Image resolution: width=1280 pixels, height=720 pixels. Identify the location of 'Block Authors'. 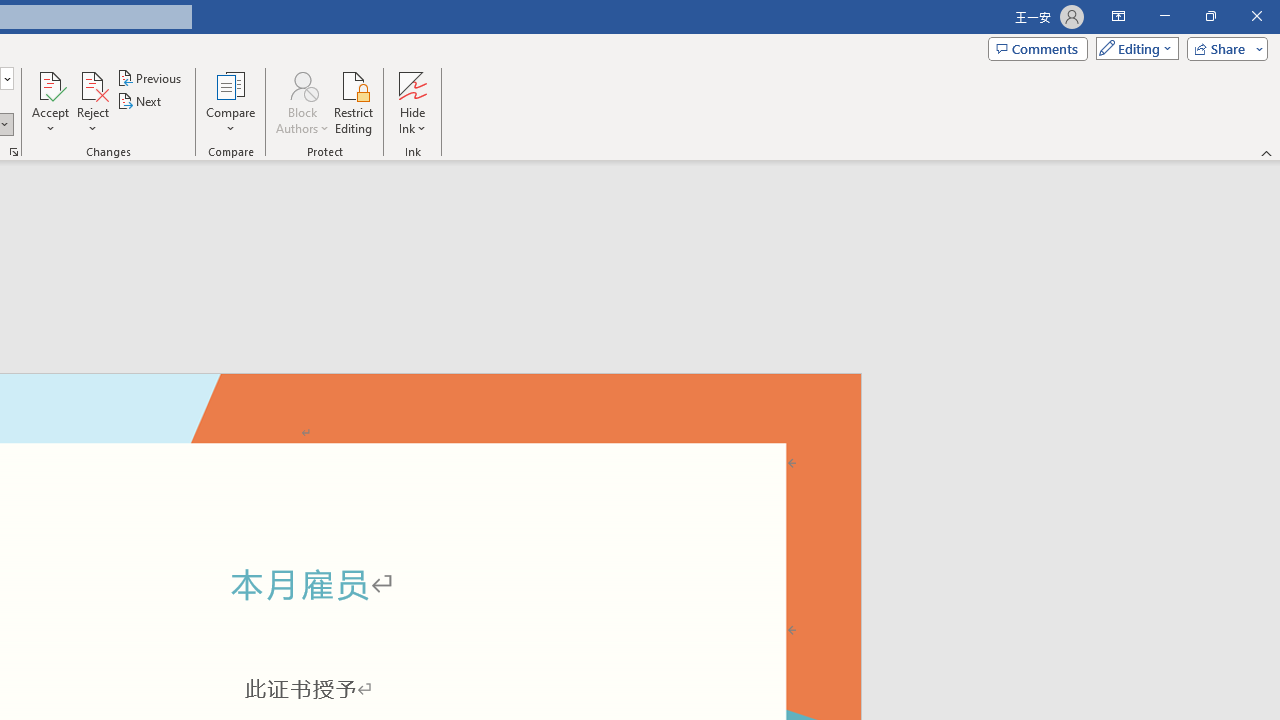
(301, 84).